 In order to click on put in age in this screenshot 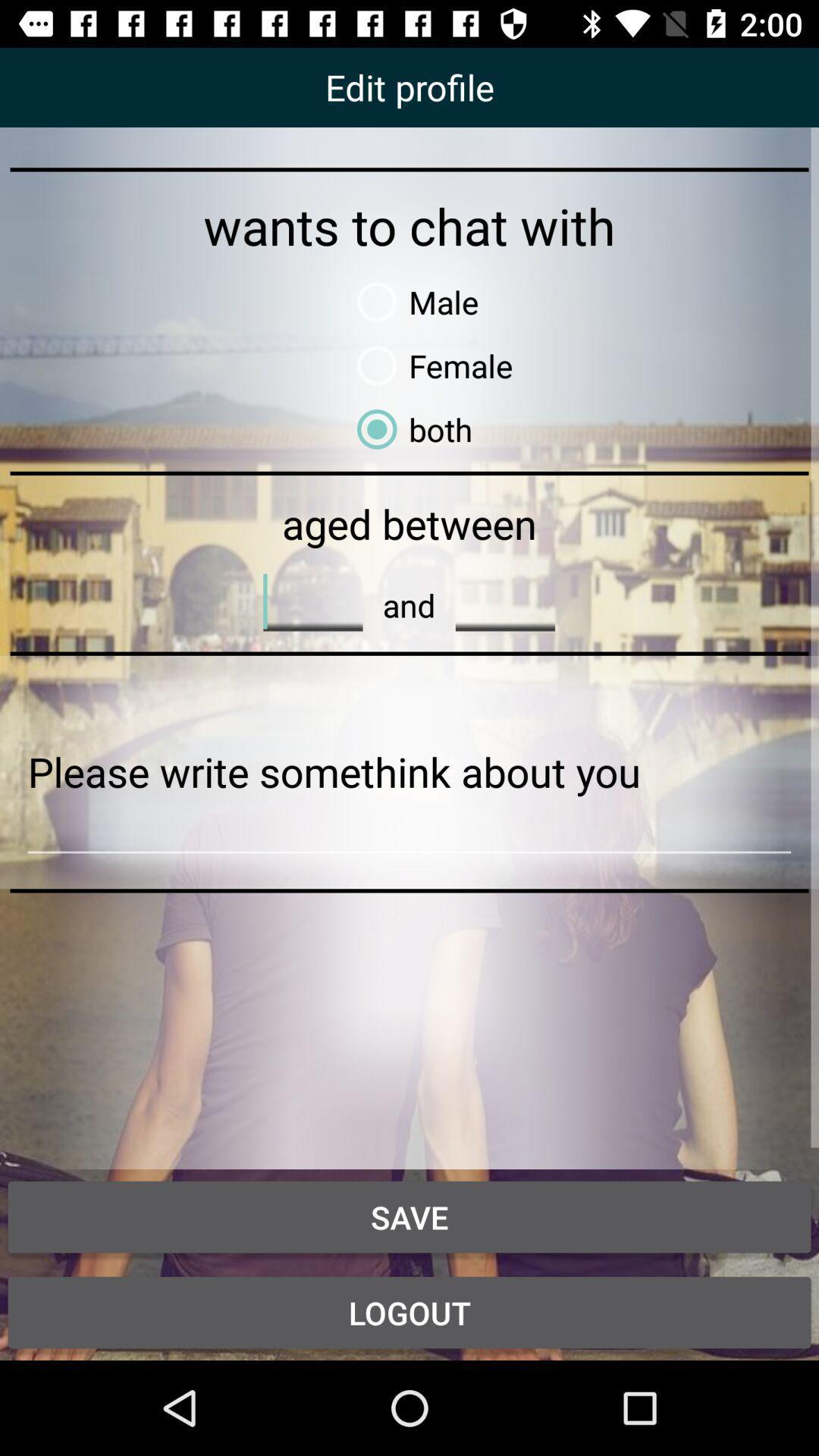, I will do `click(312, 601)`.